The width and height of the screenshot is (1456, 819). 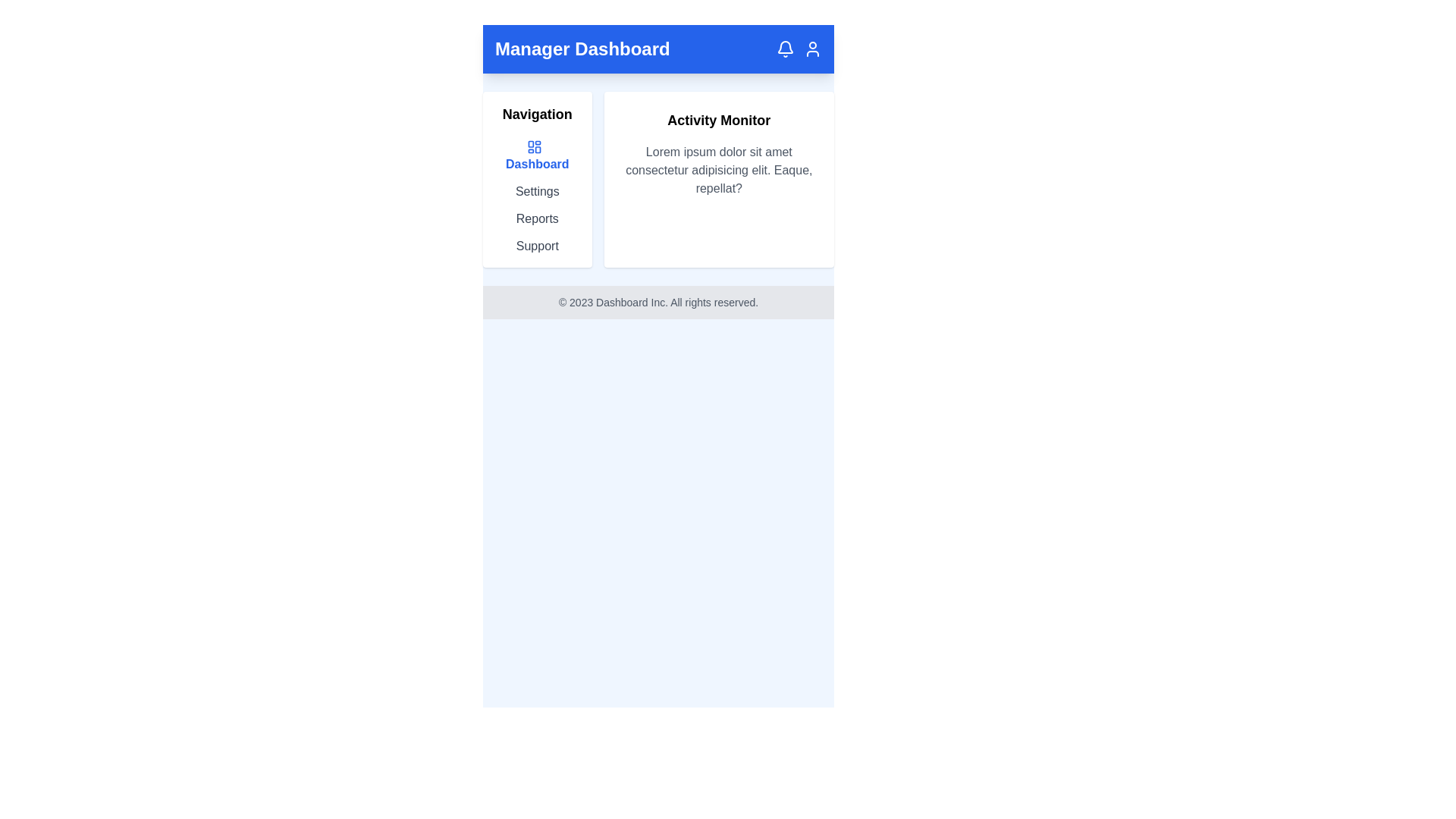 I want to click on the 'Reports' text label hyperlink in the navigation menu, so click(x=537, y=219).